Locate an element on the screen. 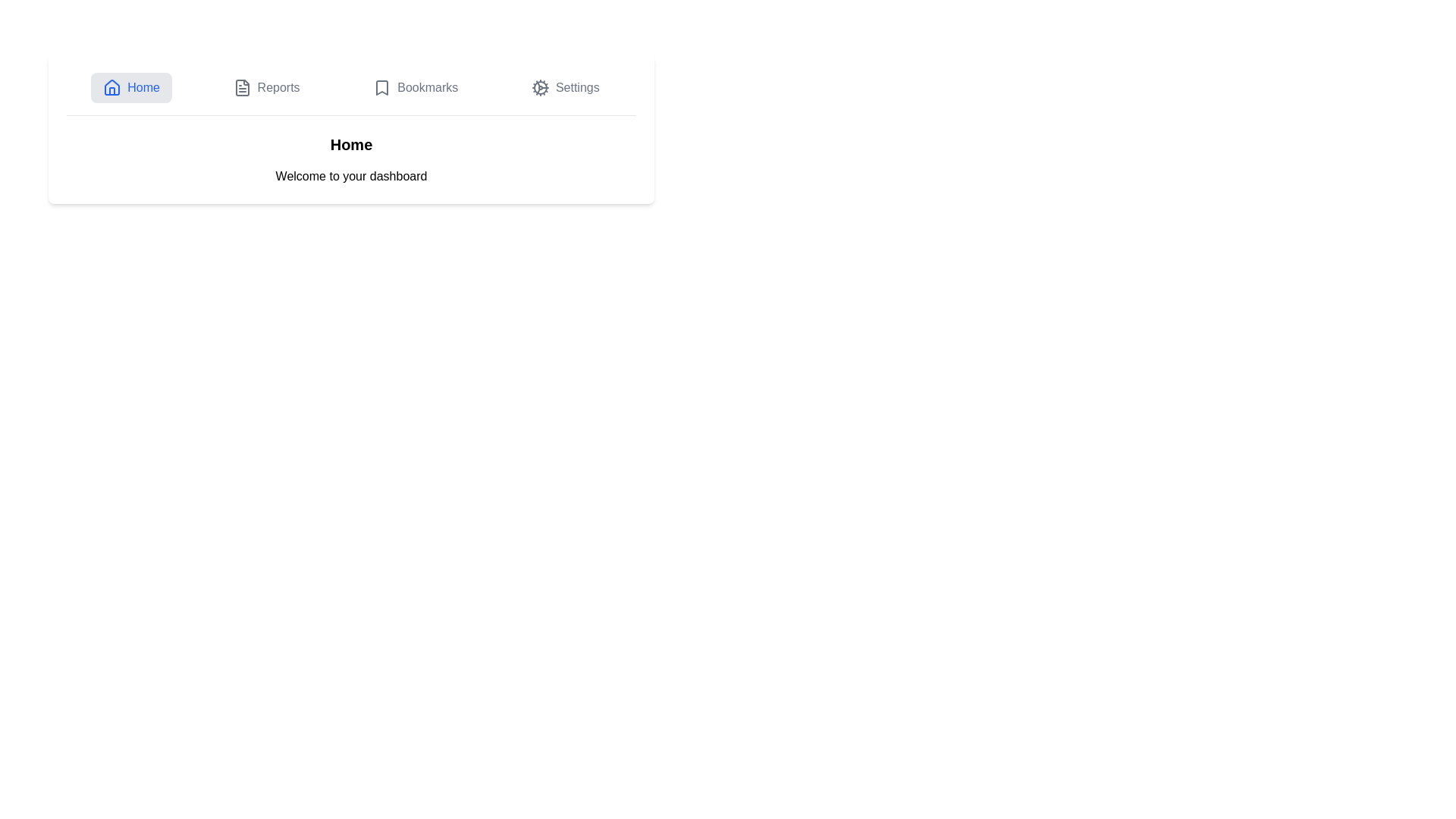  the file icon in the navigation bar, which is a gray outlined document icon located between the 'Home' and 'Bookmarks' icons is located at coordinates (241, 87).